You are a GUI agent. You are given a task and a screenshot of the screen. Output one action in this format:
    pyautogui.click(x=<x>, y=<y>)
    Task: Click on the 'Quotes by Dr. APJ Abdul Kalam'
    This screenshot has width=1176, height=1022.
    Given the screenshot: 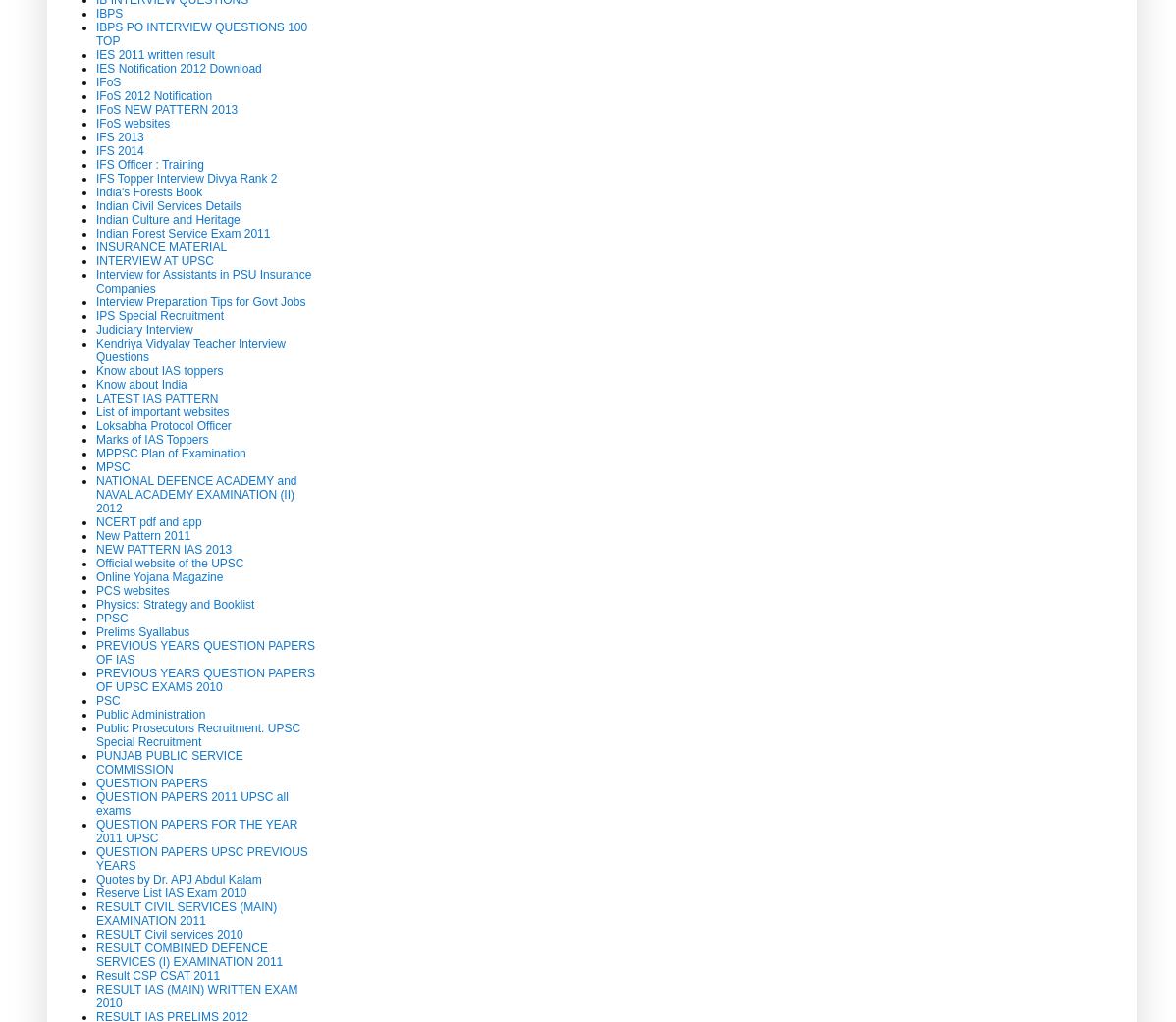 What is the action you would take?
    pyautogui.click(x=177, y=878)
    